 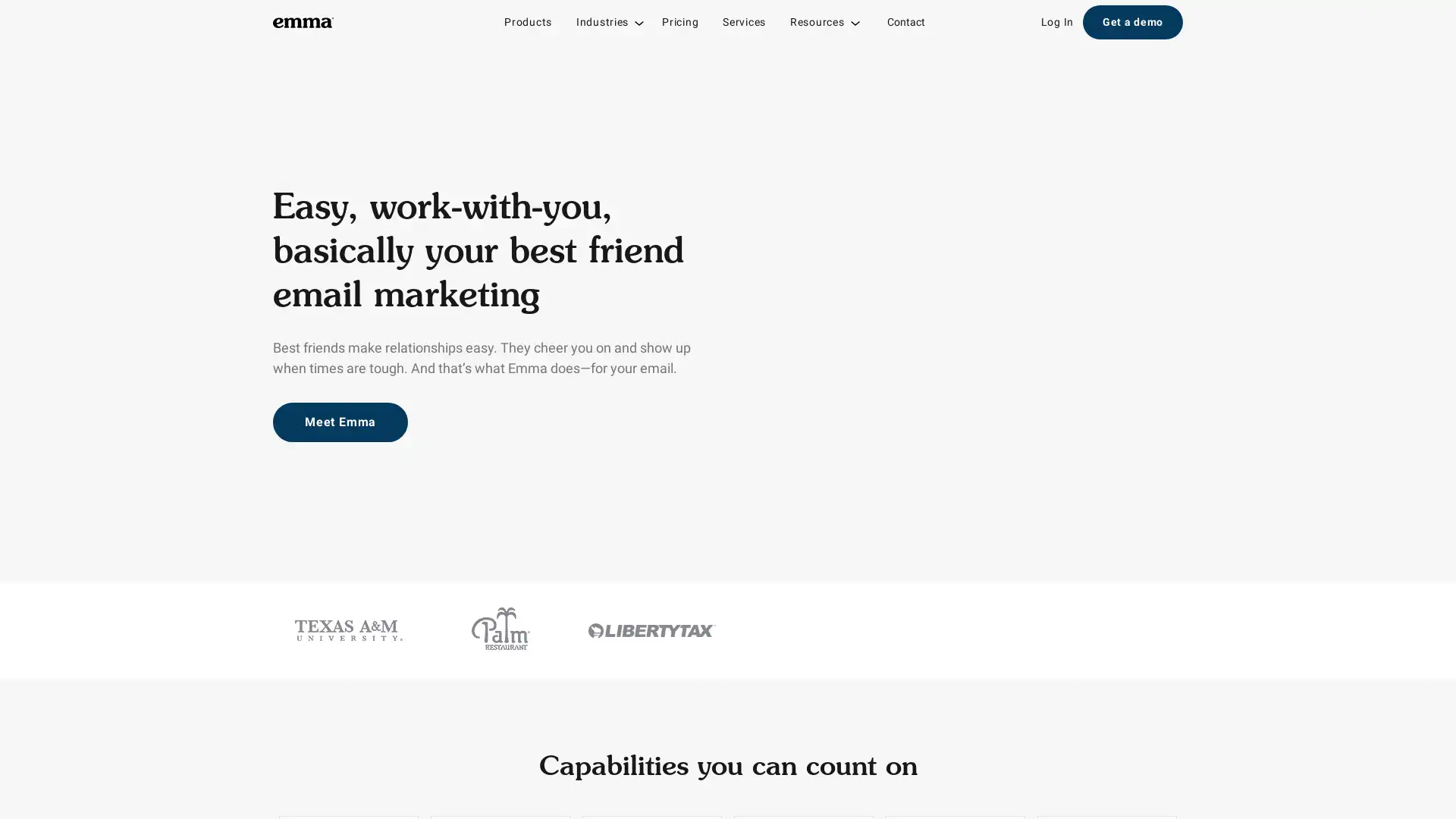 What do you see at coordinates (901, 22) in the screenshot?
I see `Contact` at bounding box center [901, 22].